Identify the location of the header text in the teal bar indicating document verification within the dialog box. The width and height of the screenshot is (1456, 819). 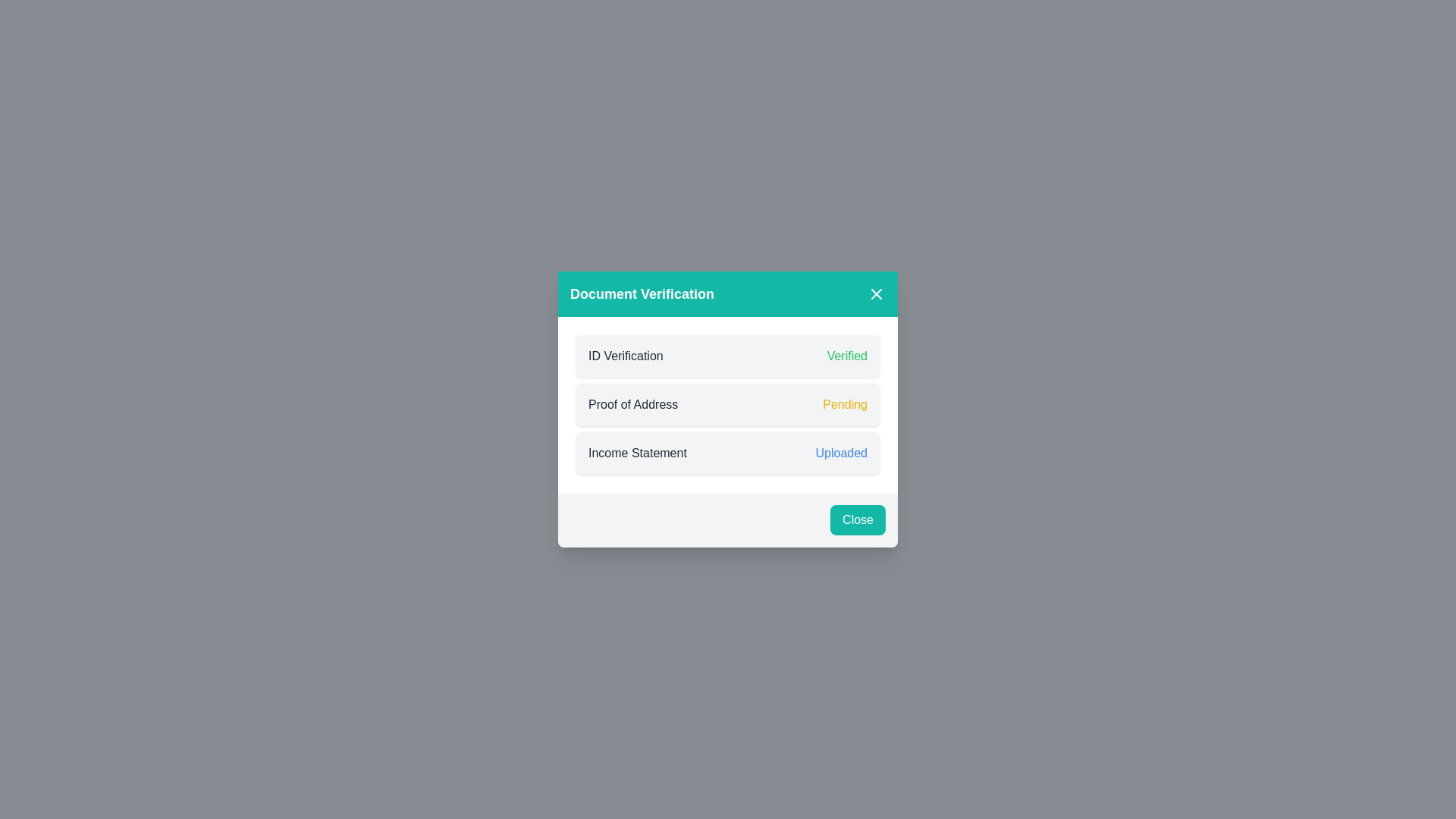
(642, 294).